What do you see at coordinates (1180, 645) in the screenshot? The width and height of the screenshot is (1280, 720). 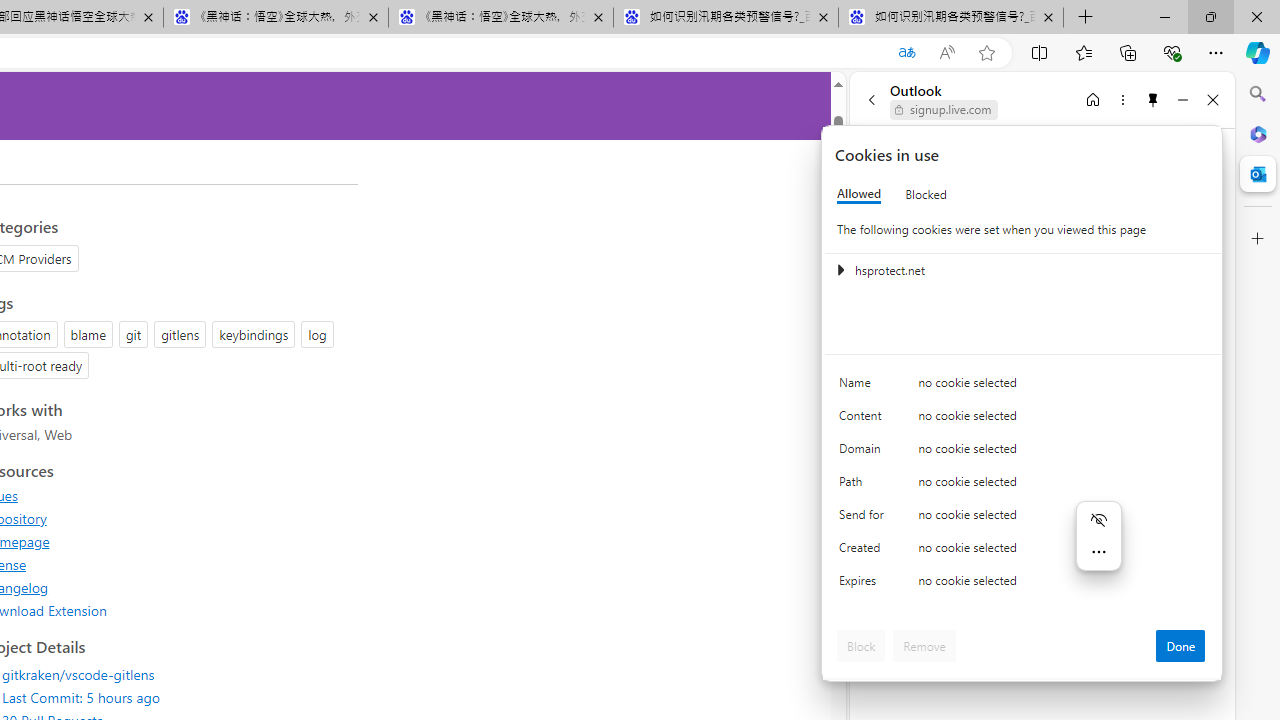 I see `'Done'` at bounding box center [1180, 645].